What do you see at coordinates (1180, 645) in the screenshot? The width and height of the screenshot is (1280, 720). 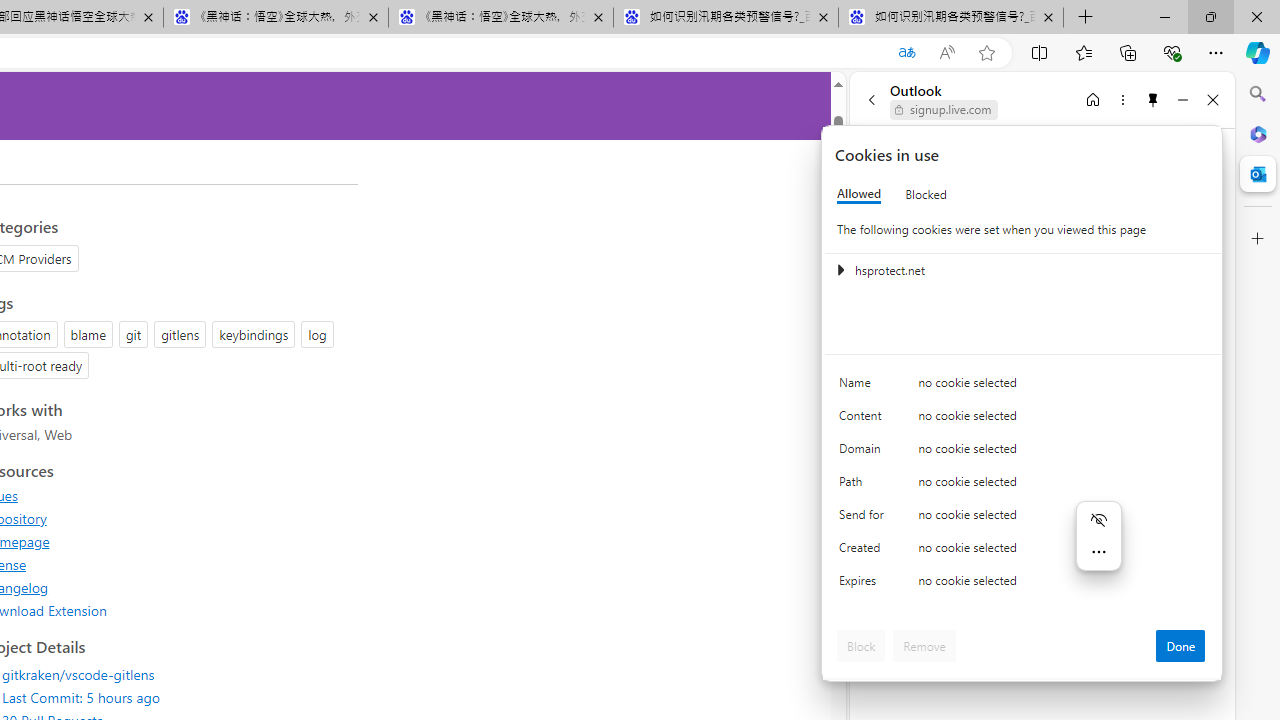 I see `'Done'` at bounding box center [1180, 645].